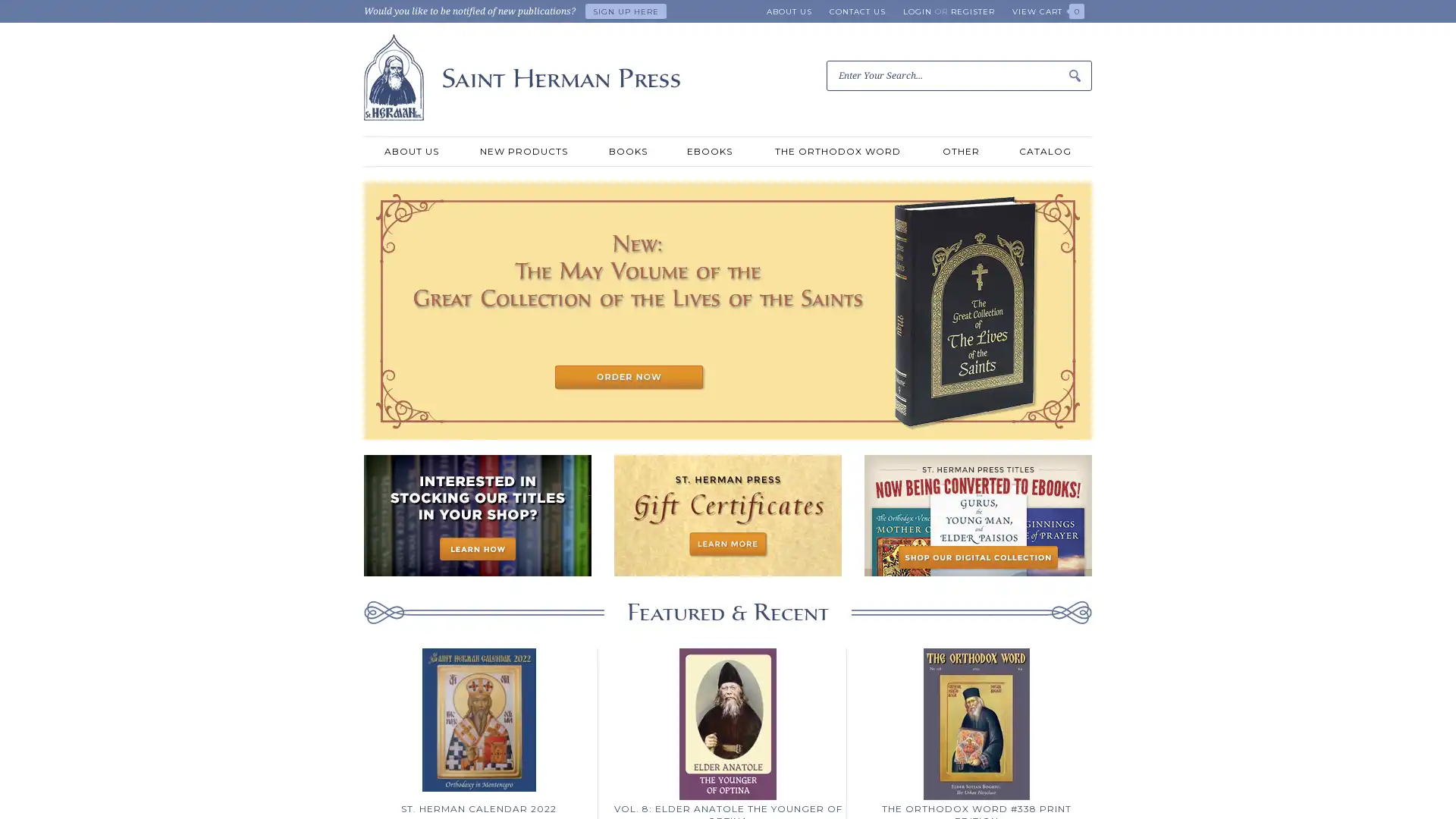 The image size is (1456, 819). What do you see at coordinates (1074, 76) in the screenshot?
I see `Submit` at bounding box center [1074, 76].